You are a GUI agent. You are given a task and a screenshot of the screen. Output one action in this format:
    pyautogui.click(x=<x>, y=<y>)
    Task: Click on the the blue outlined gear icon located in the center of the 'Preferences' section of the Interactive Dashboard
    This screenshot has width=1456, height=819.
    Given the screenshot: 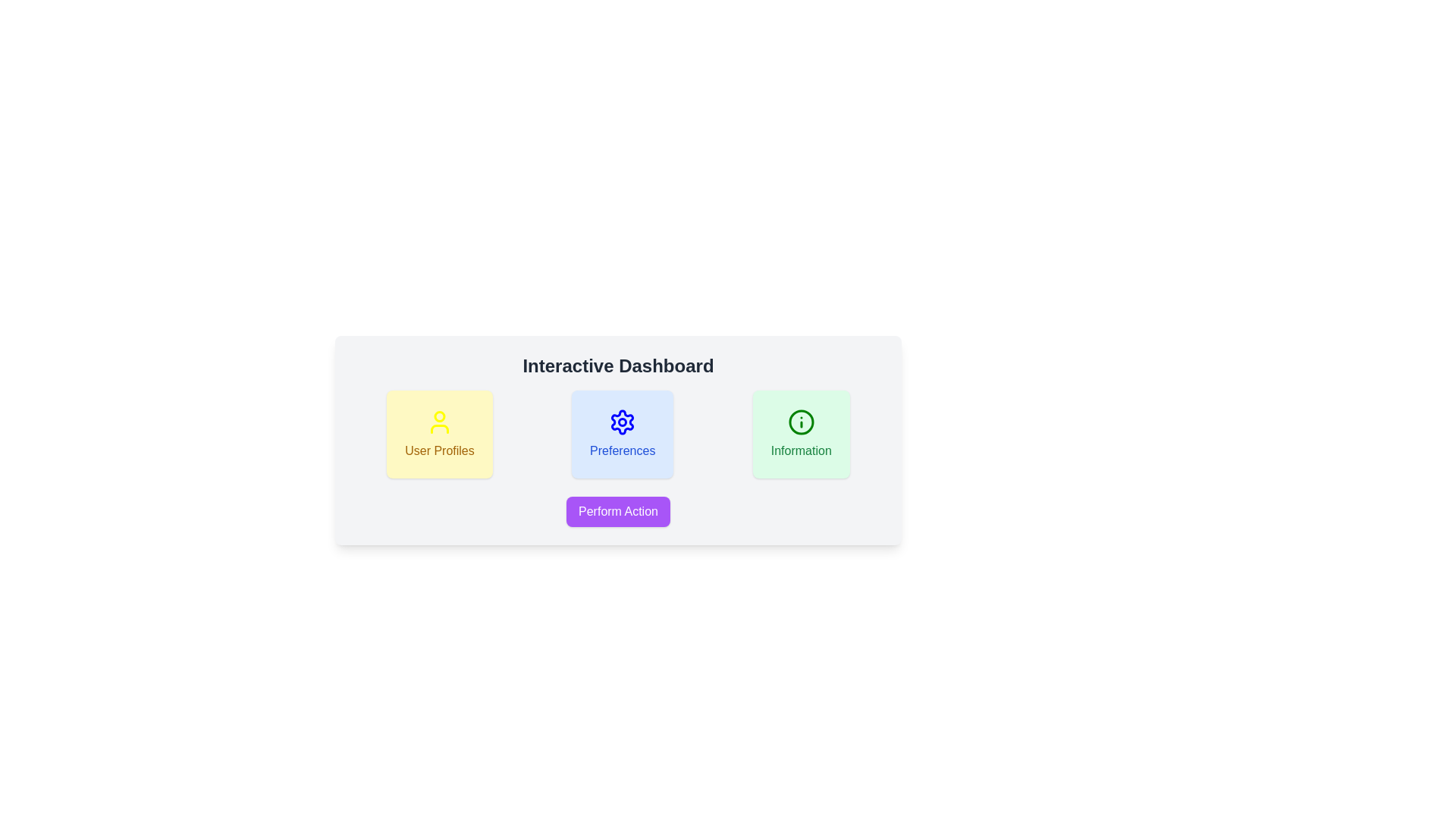 What is the action you would take?
    pyautogui.click(x=623, y=422)
    